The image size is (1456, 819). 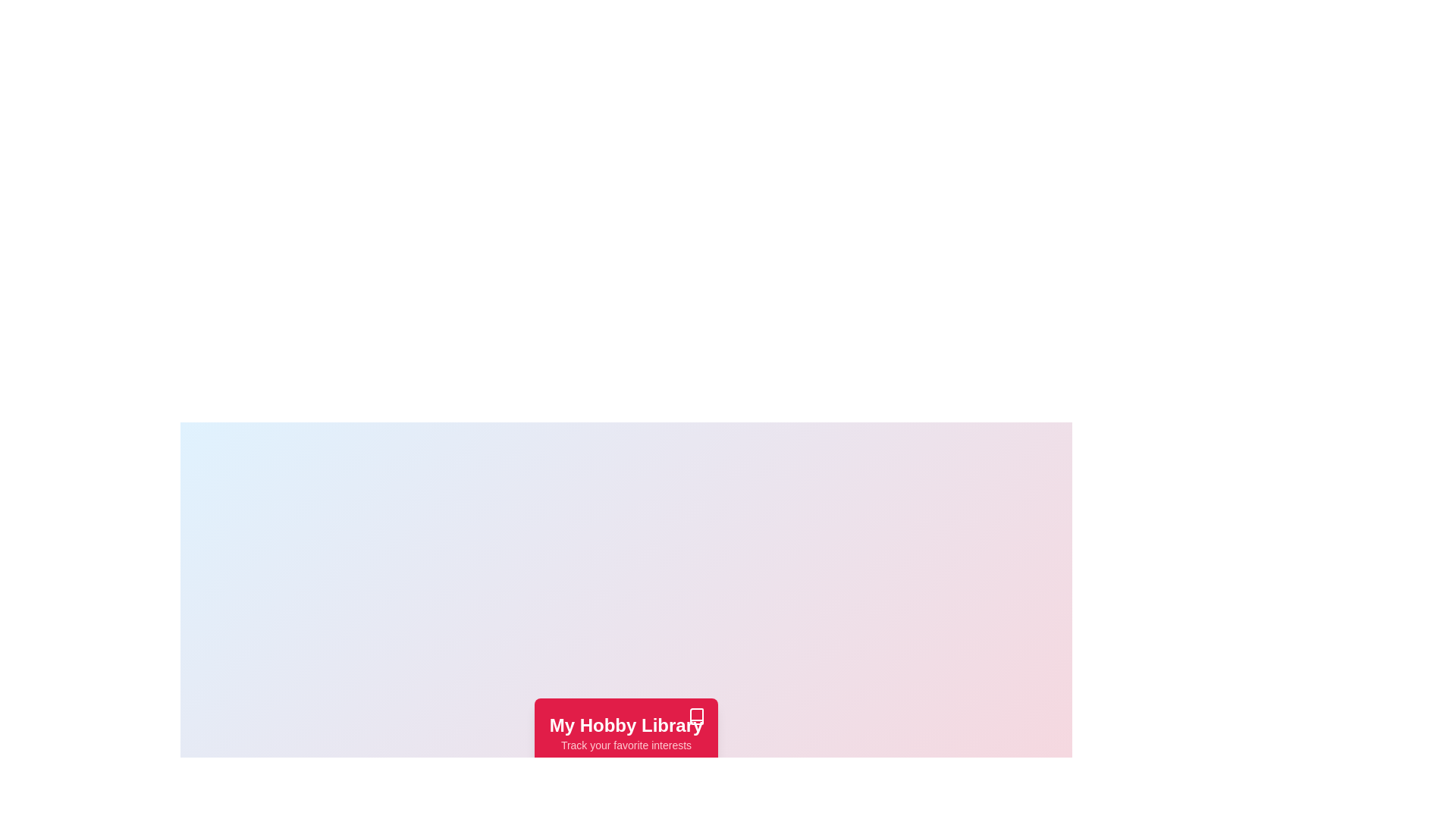 What do you see at coordinates (626, 733) in the screenshot?
I see `the banner titled 'My Hobby Library' with a bold red background and white text, which includes a subtitle 'Track your favorite interests'` at bounding box center [626, 733].